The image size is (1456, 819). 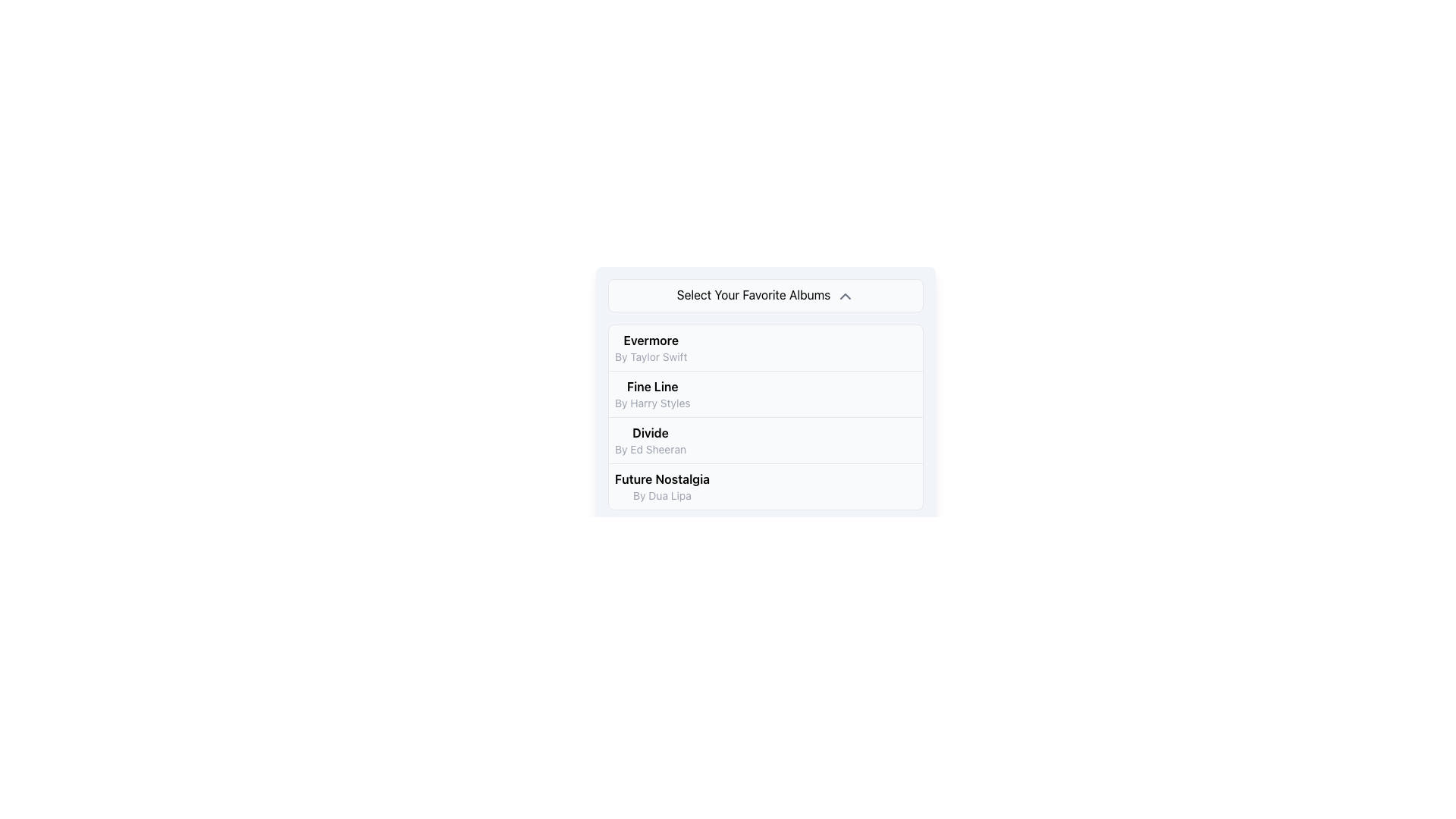 What do you see at coordinates (765, 295) in the screenshot?
I see `the rectangular UI component displaying the text 'Select Your Favorite Albums' with a chevron icon` at bounding box center [765, 295].